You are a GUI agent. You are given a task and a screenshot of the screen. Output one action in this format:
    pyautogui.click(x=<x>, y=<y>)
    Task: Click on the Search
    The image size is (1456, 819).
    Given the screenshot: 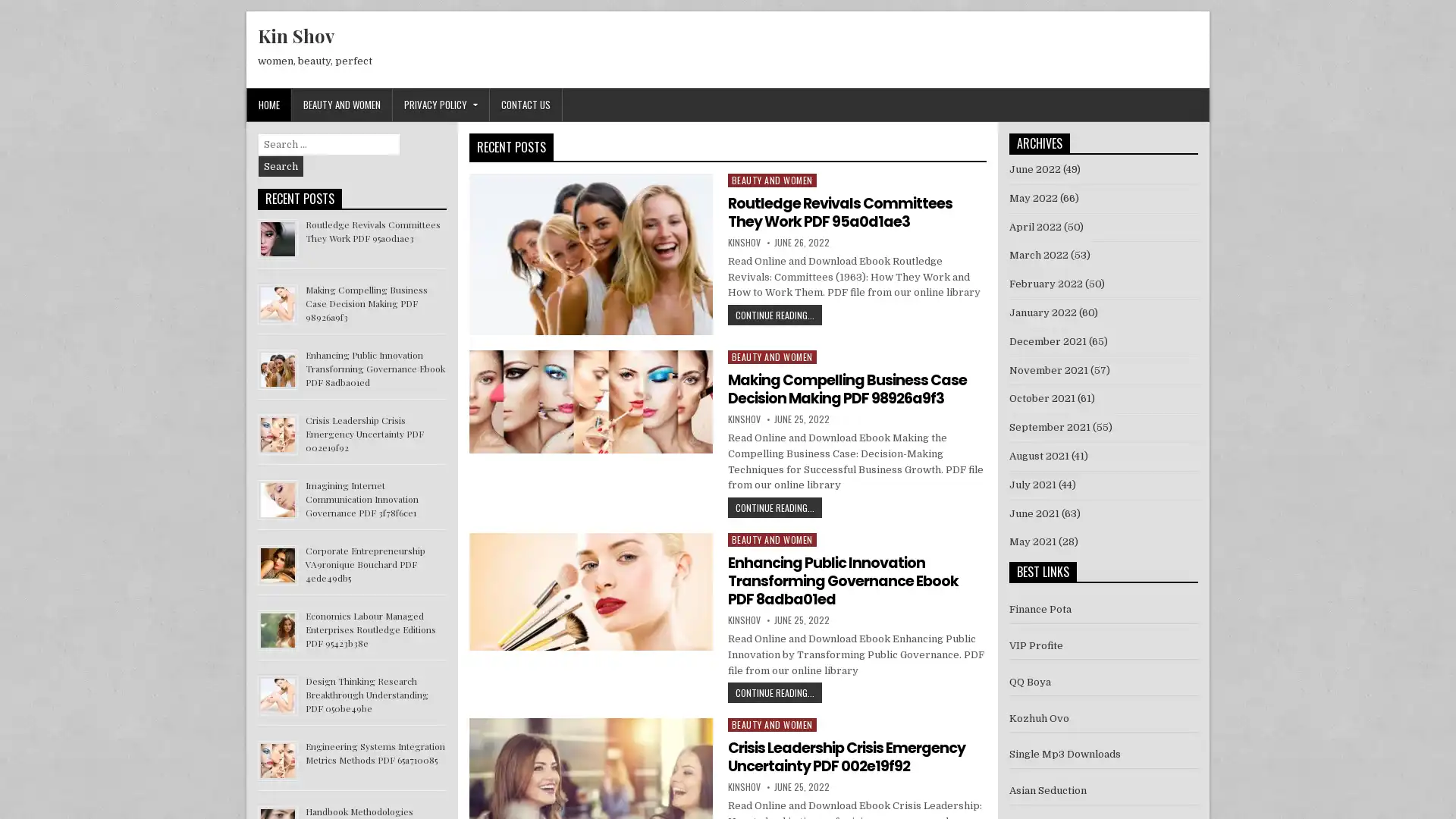 What is the action you would take?
    pyautogui.click(x=281, y=166)
    